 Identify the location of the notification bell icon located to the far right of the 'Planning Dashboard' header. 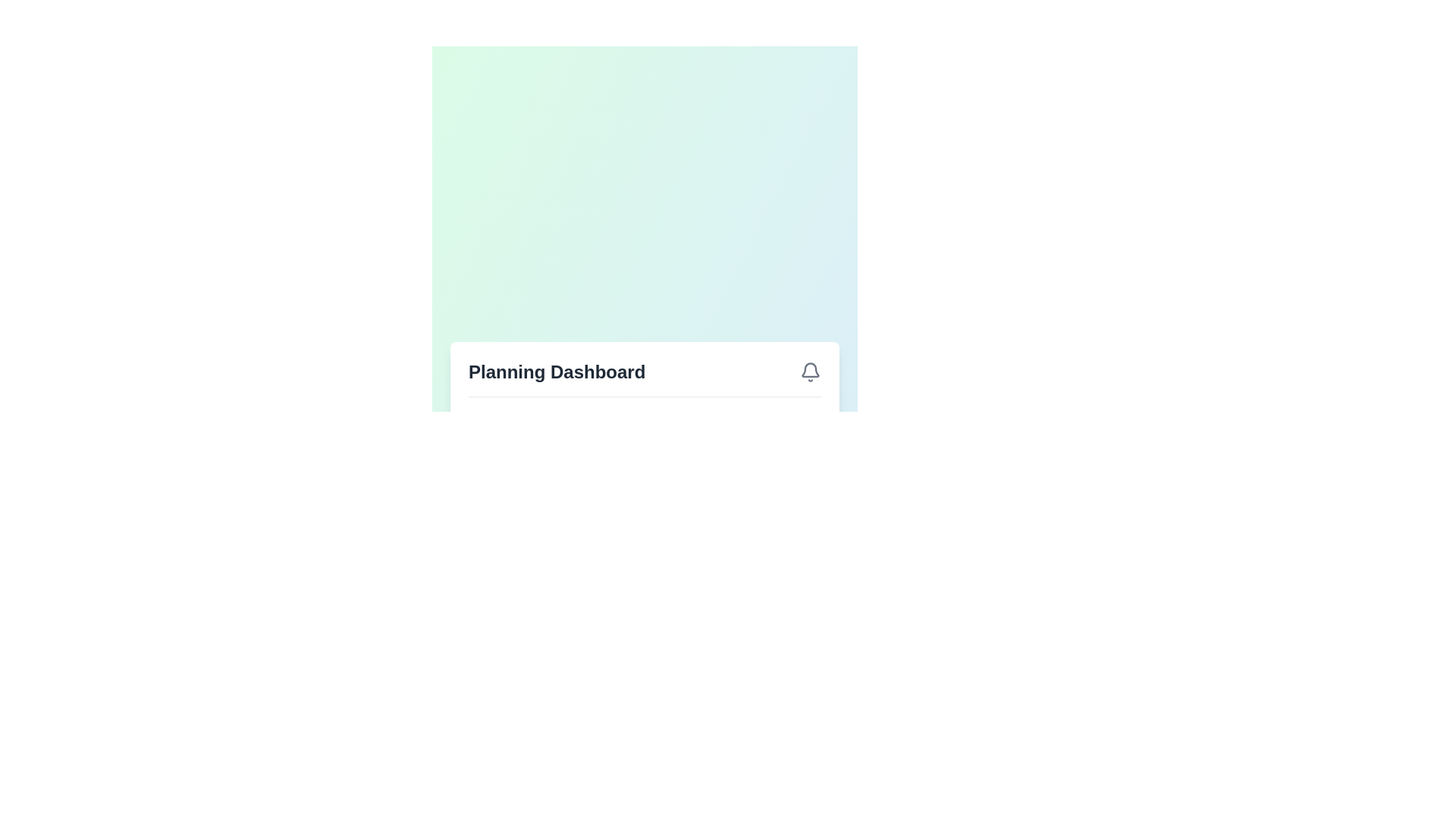
(810, 371).